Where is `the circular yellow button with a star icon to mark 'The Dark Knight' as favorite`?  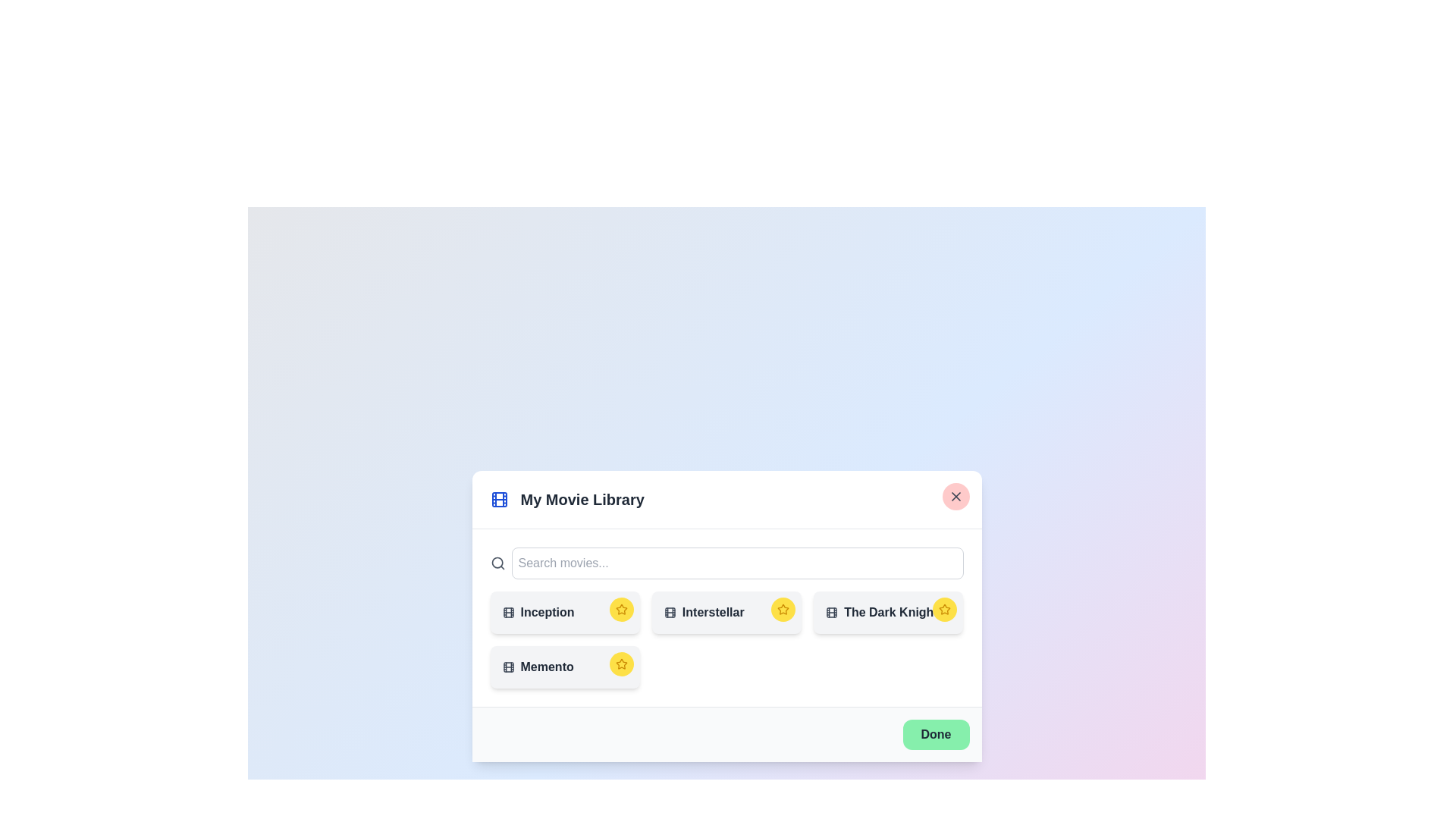
the circular yellow button with a star icon to mark 'The Dark Knight' as favorite is located at coordinates (944, 608).